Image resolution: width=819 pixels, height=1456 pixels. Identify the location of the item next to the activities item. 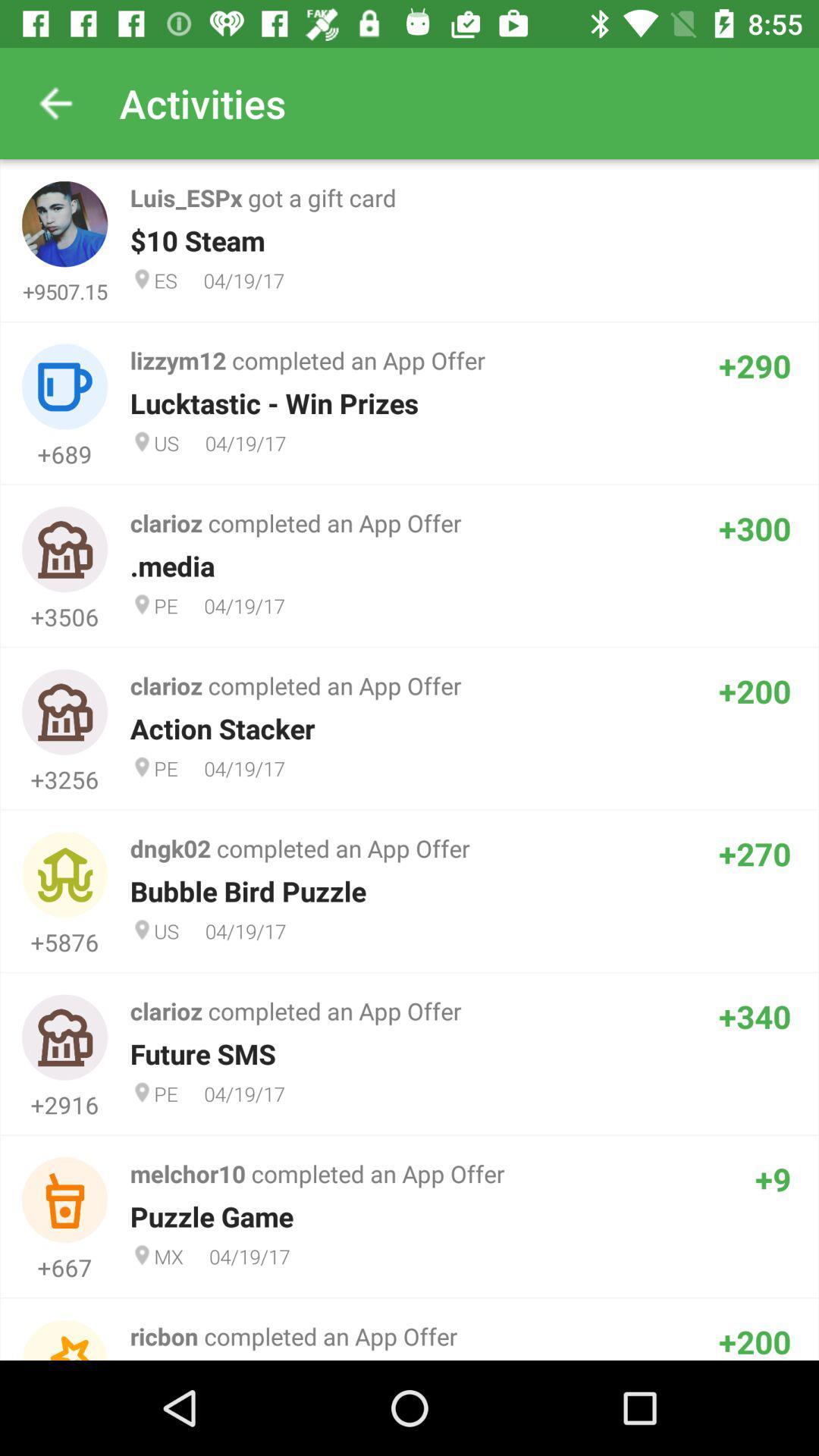
(55, 102).